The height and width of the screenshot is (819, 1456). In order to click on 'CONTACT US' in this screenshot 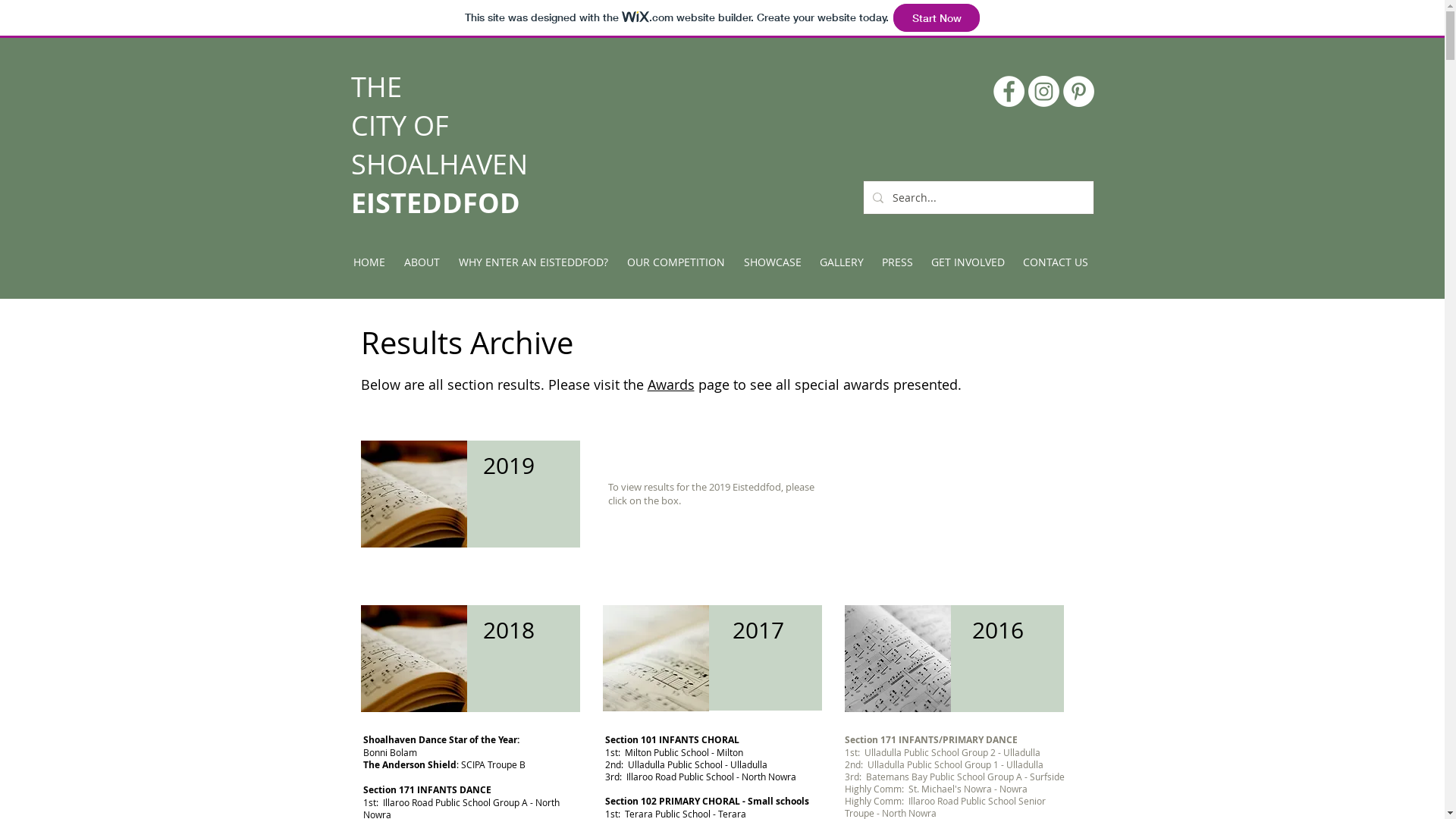, I will do `click(1055, 262)`.